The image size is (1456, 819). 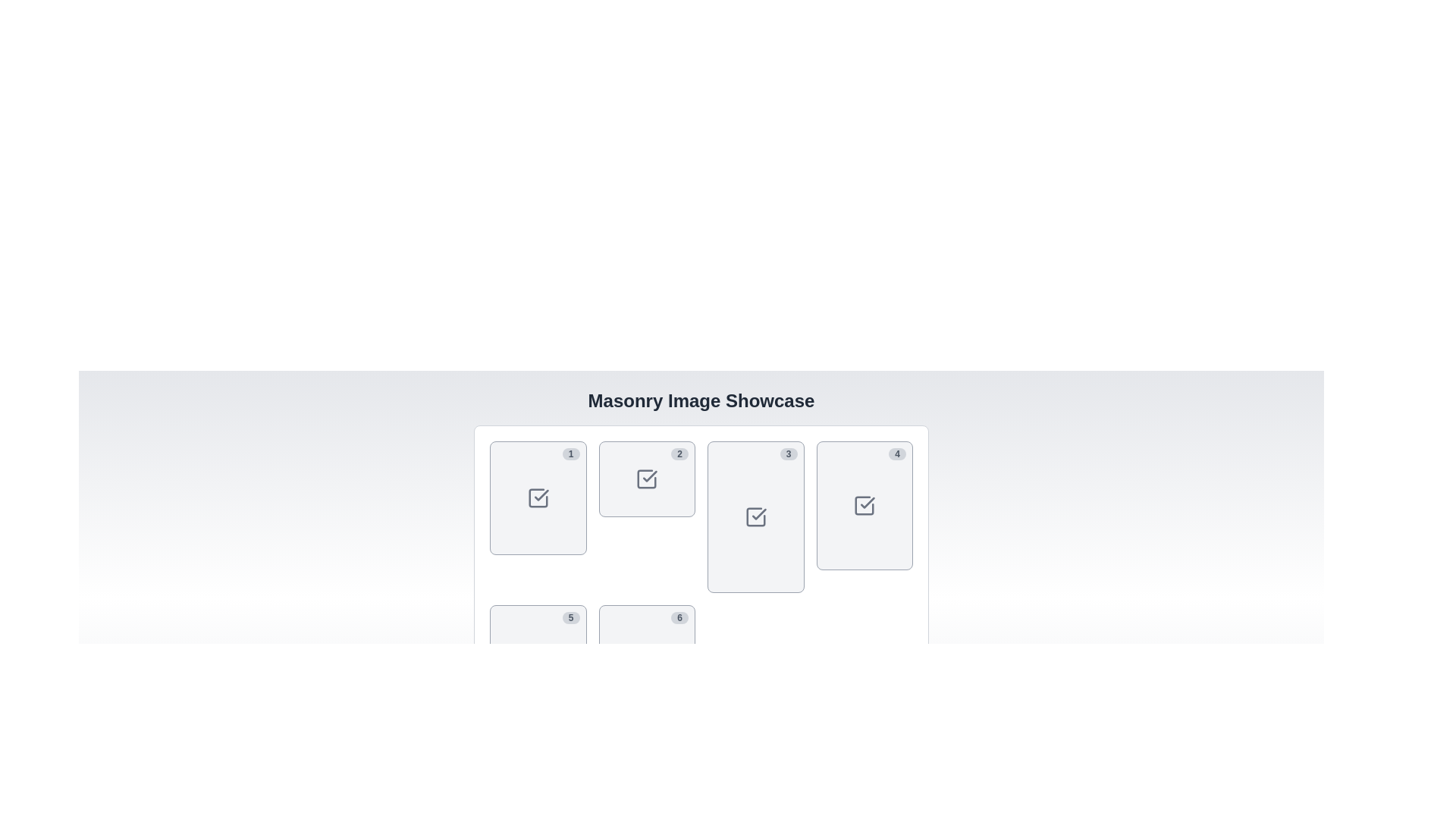 What do you see at coordinates (538, 497) in the screenshot?
I see `the first tile in the grid layout` at bounding box center [538, 497].